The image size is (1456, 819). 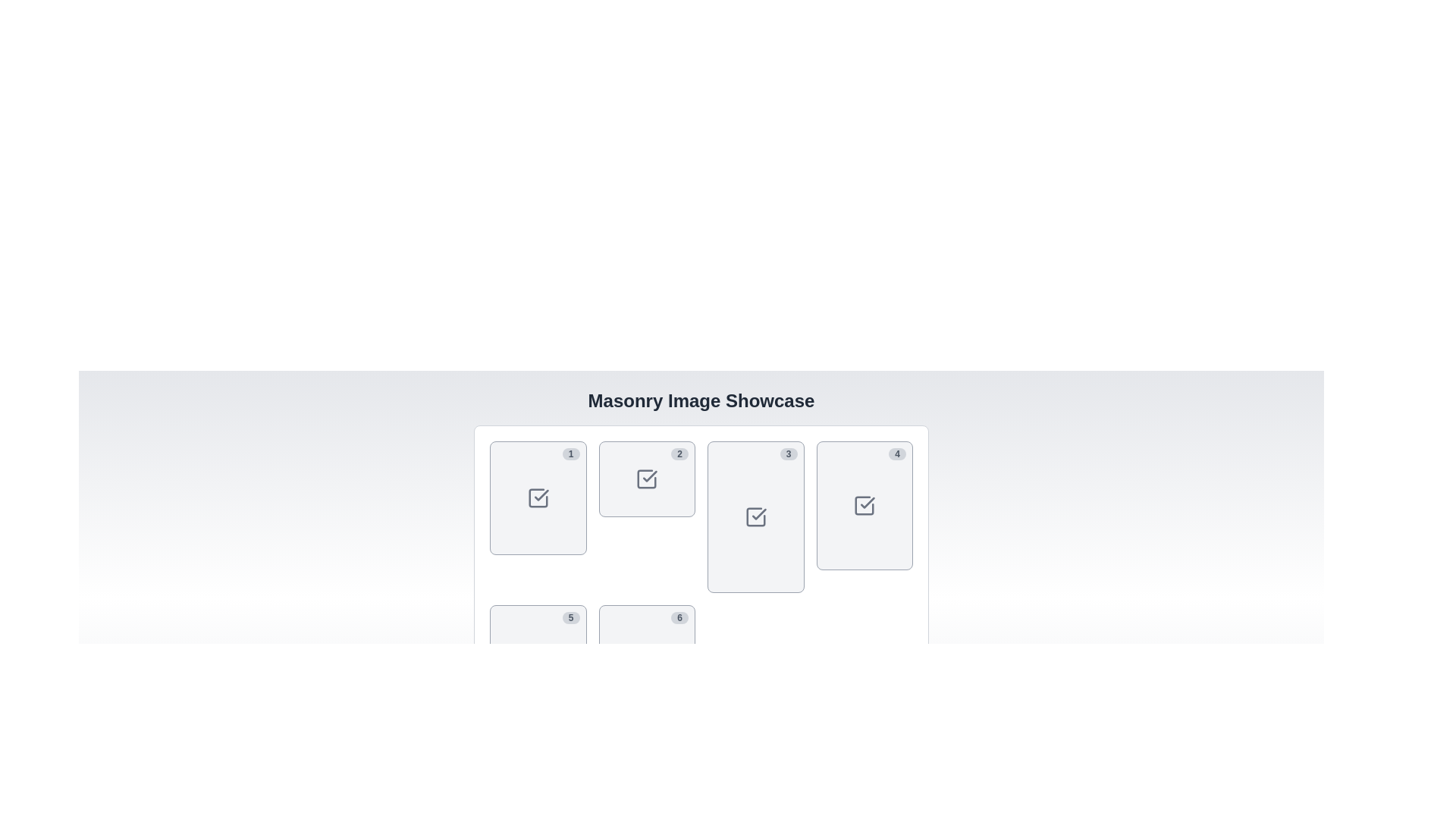 What do you see at coordinates (538, 497) in the screenshot?
I see `the first tile in the grid layout` at bounding box center [538, 497].